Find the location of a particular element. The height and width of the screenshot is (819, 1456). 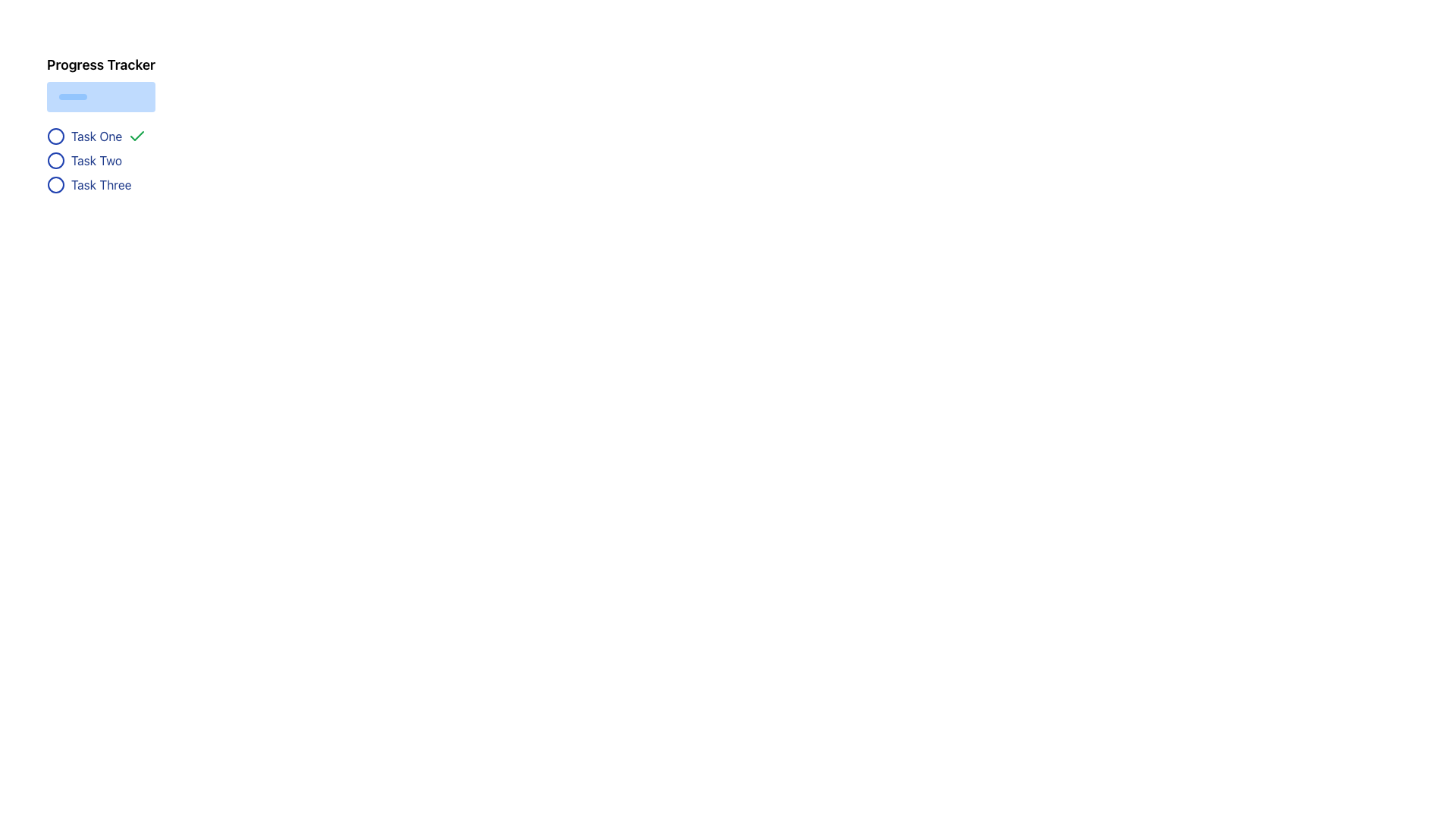

the green checkmark icon representing successful task completion located next to the text 'Task One' is located at coordinates (137, 136).